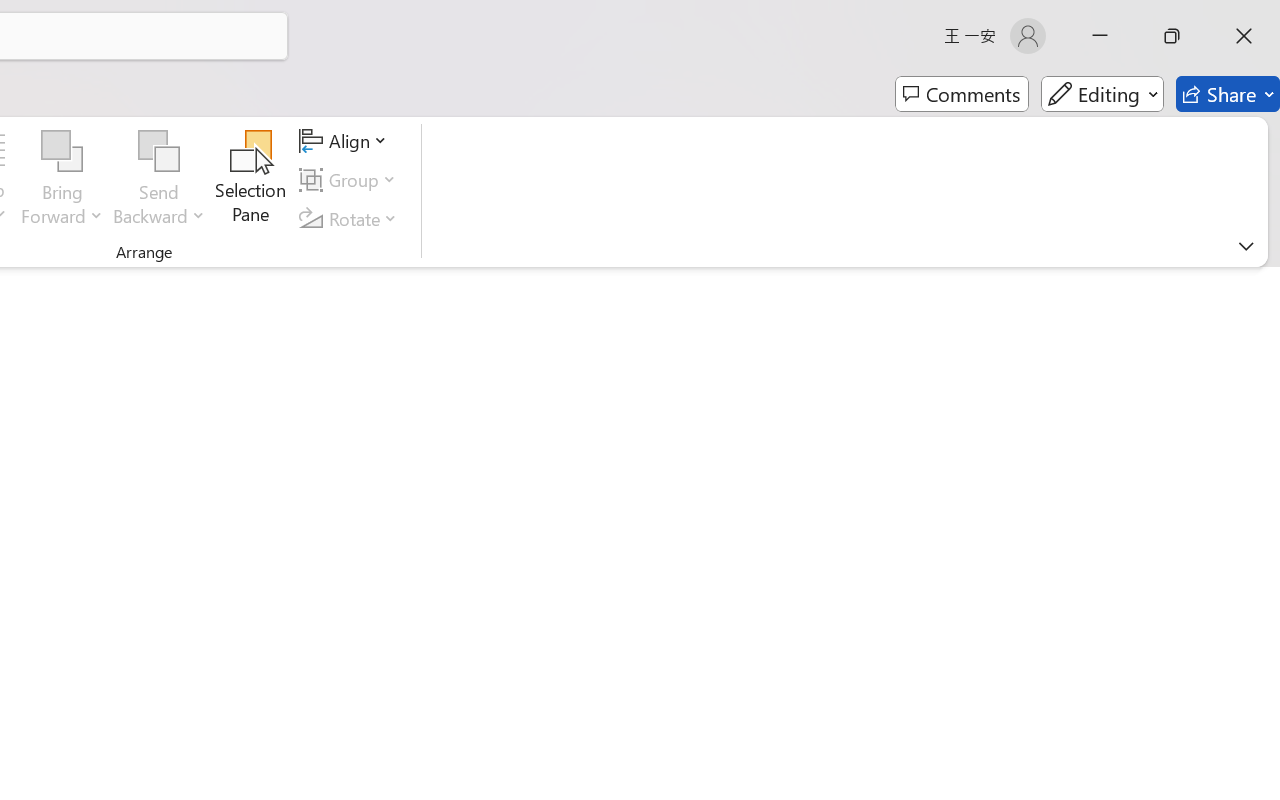 The height and width of the screenshot is (800, 1280). I want to click on 'Align', so click(346, 141).